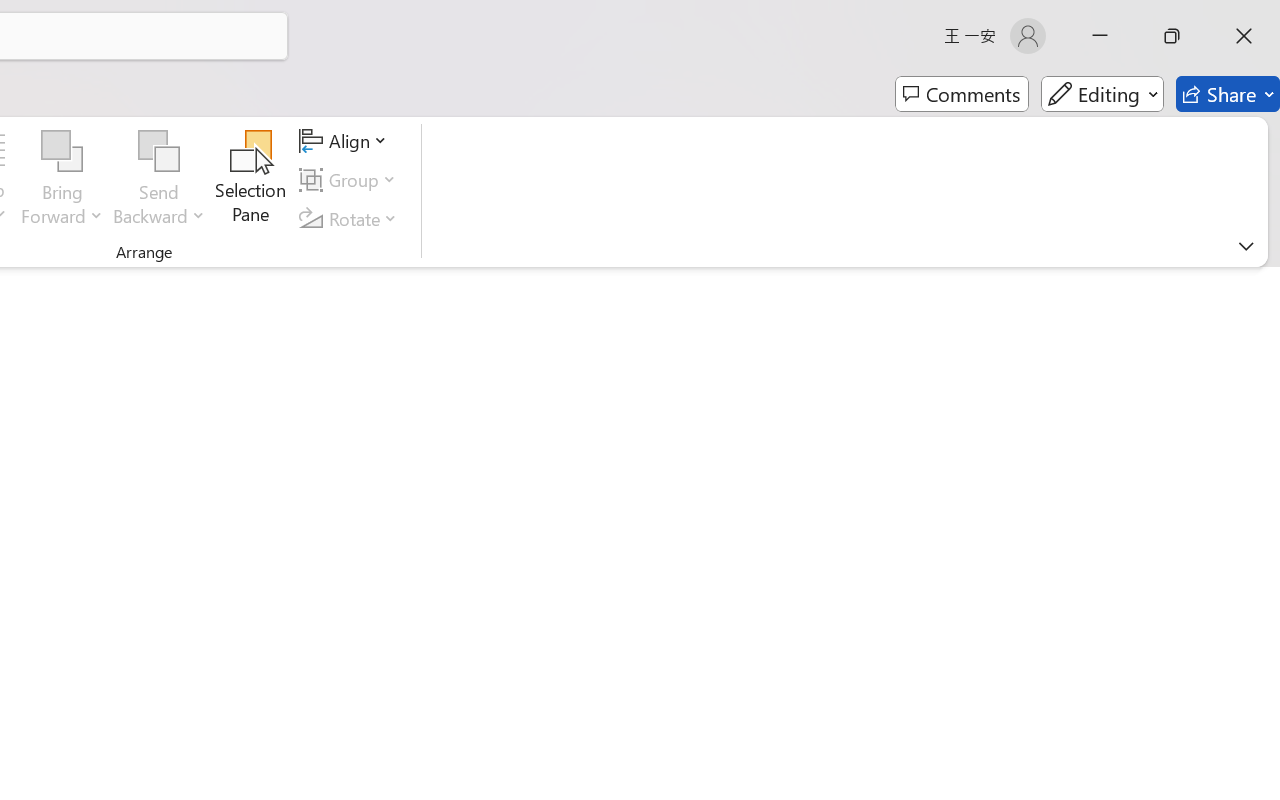 The height and width of the screenshot is (800, 1280). I want to click on 'Align', so click(346, 141).